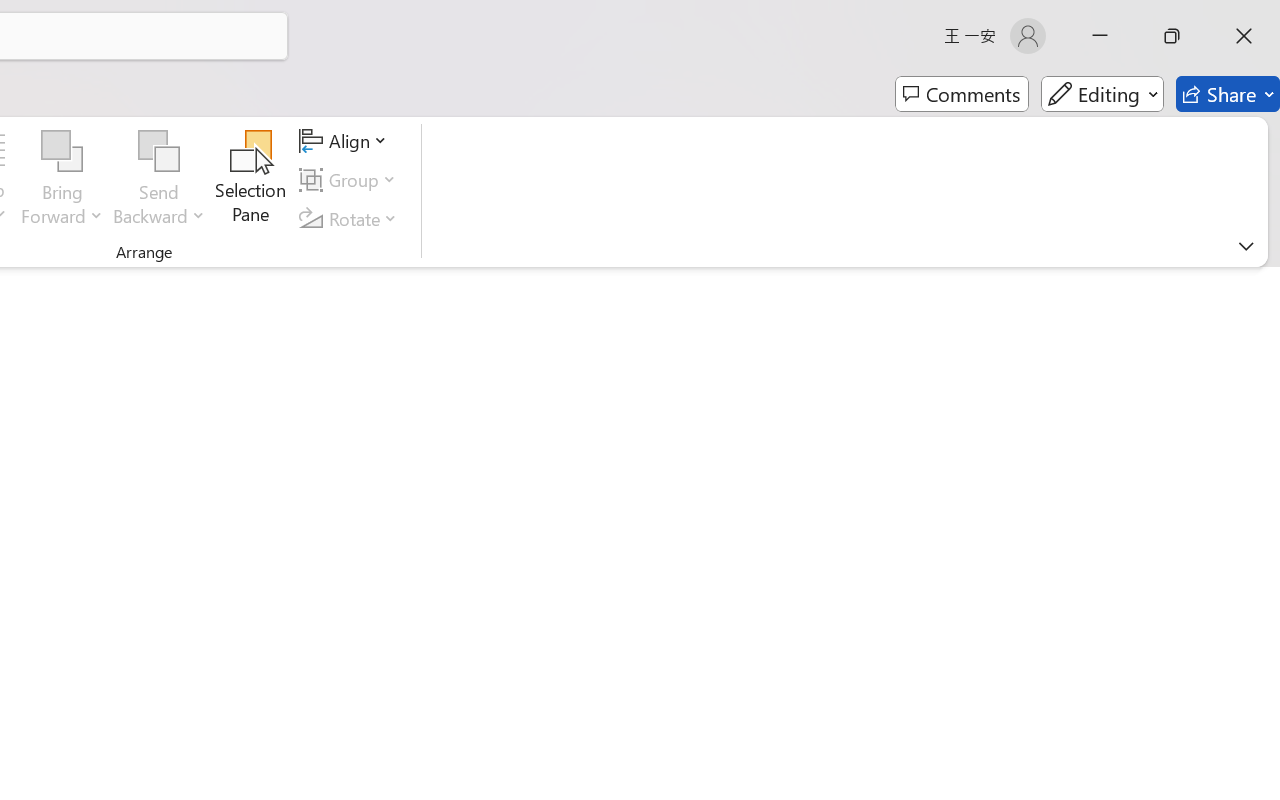 The height and width of the screenshot is (800, 1280). I want to click on 'Align', so click(346, 141).